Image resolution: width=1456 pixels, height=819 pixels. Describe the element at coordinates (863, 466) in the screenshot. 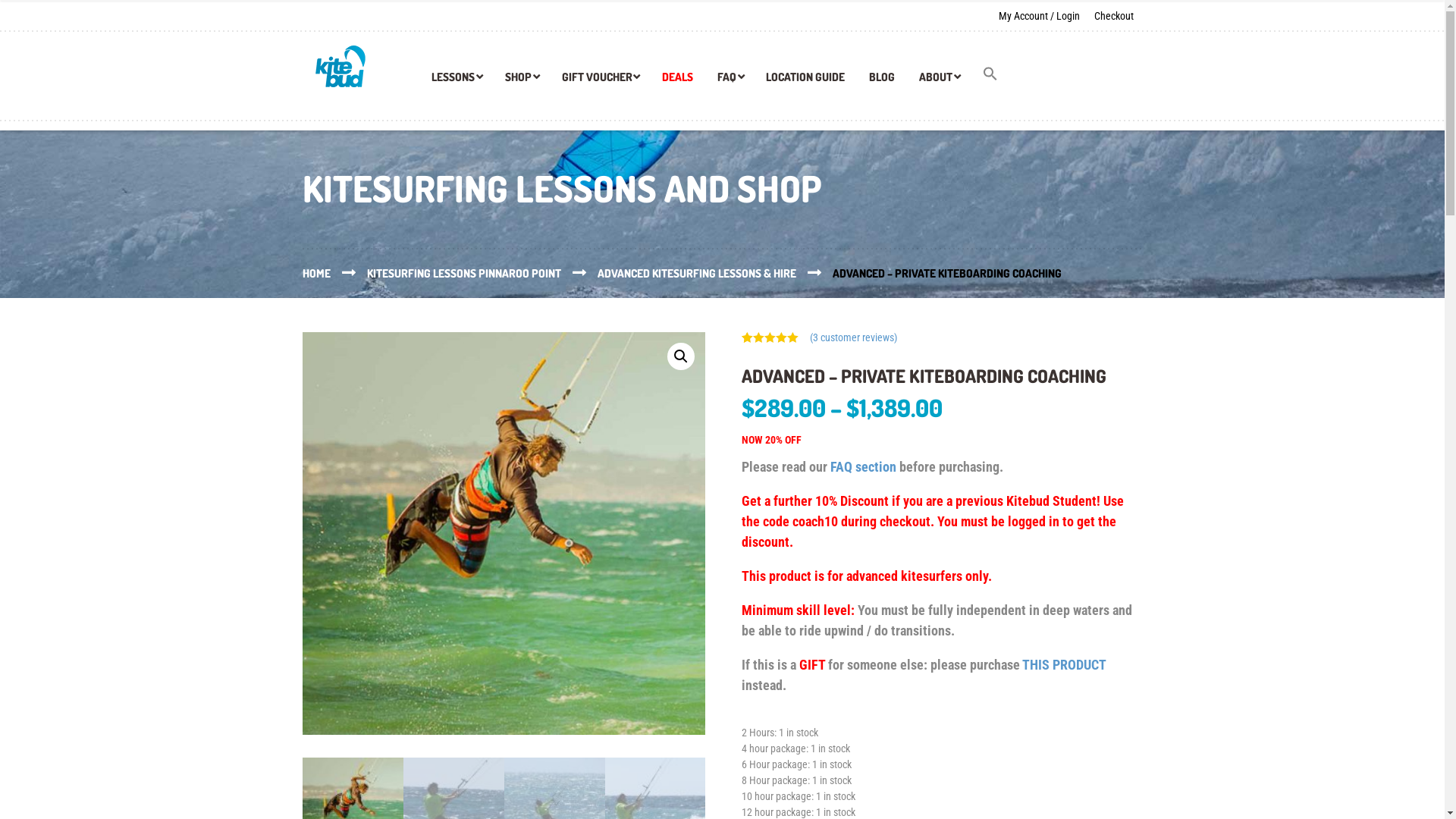

I see `'FAQ section'` at that location.